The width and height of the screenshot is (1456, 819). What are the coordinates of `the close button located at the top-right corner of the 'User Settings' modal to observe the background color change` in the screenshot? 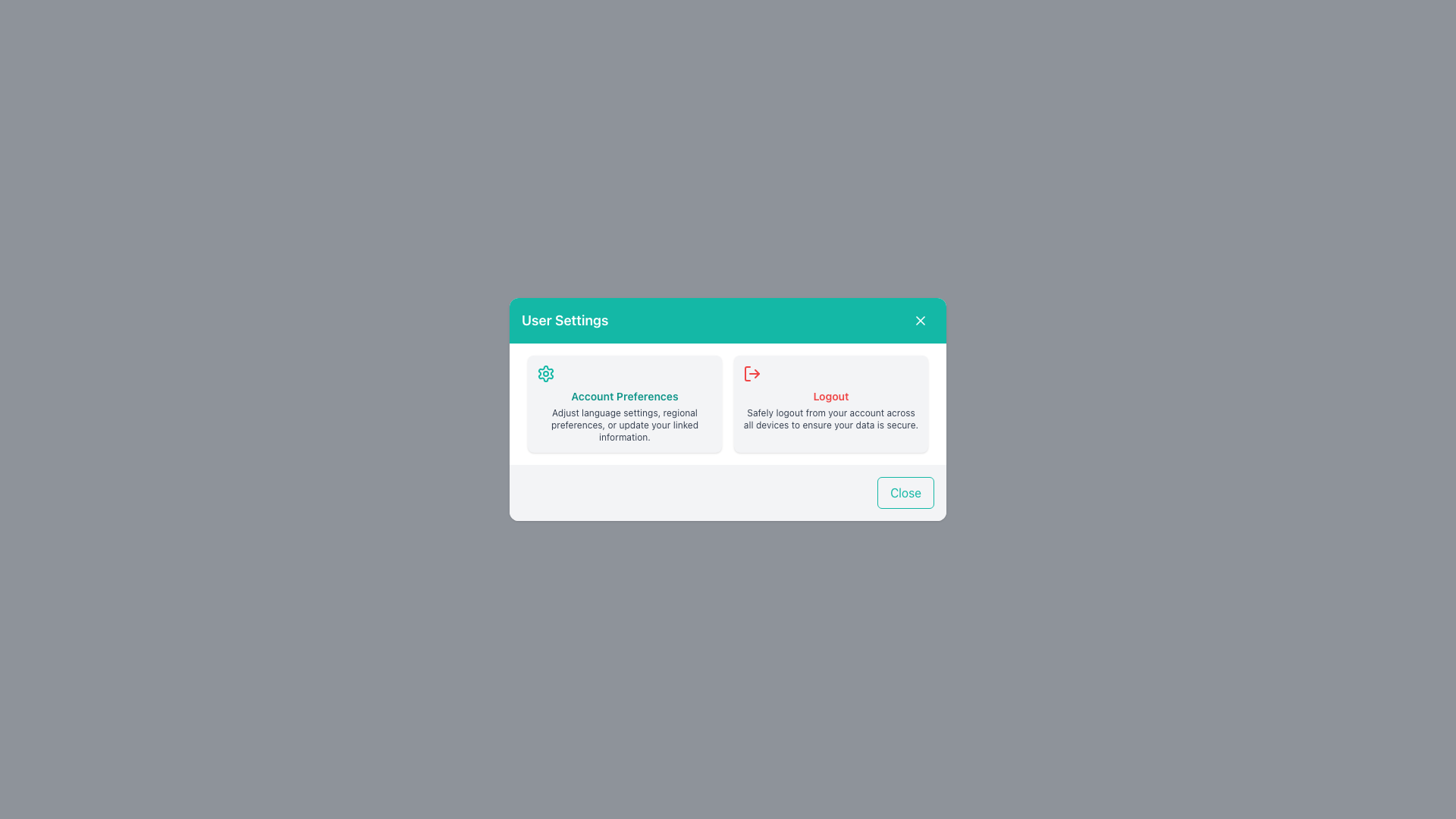 It's located at (920, 320).